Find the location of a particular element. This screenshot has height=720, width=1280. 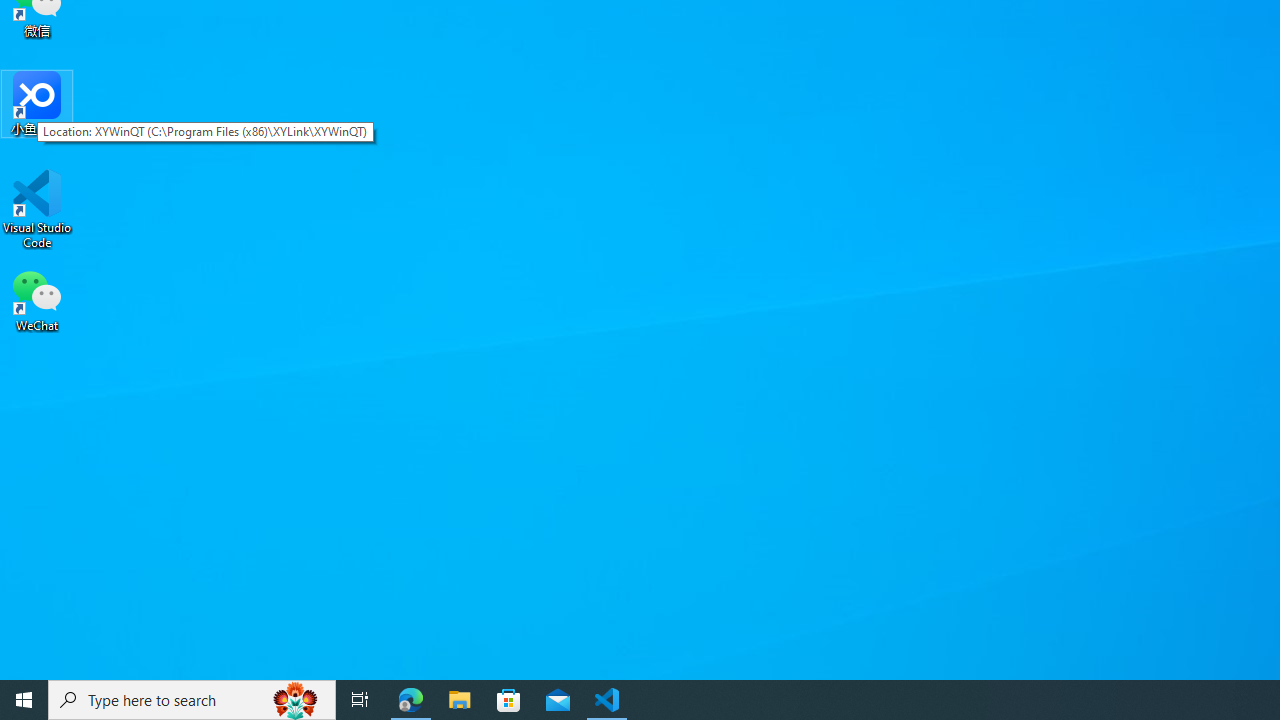

'Visual Studio Code - 1 running window' is located at coordinates (606, 698).